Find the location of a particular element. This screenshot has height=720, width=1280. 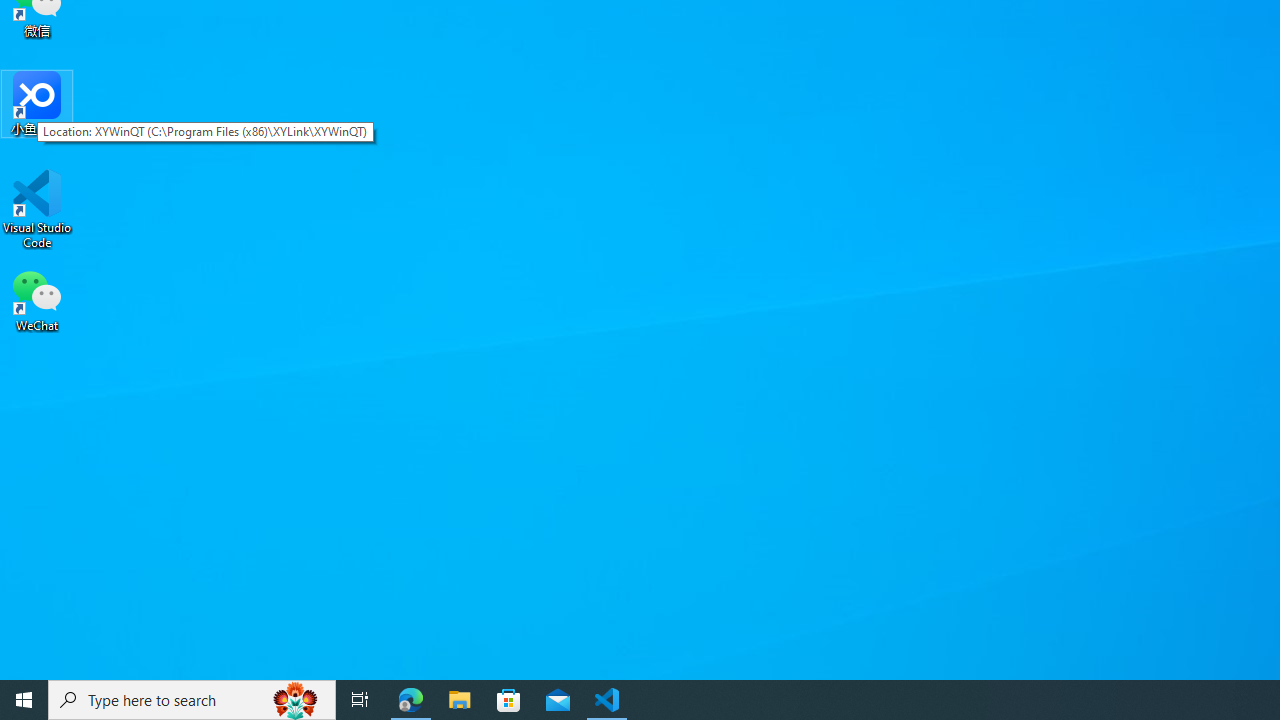

'Visual Studio Code - 1 running window' is located at coordinates (606, 698).